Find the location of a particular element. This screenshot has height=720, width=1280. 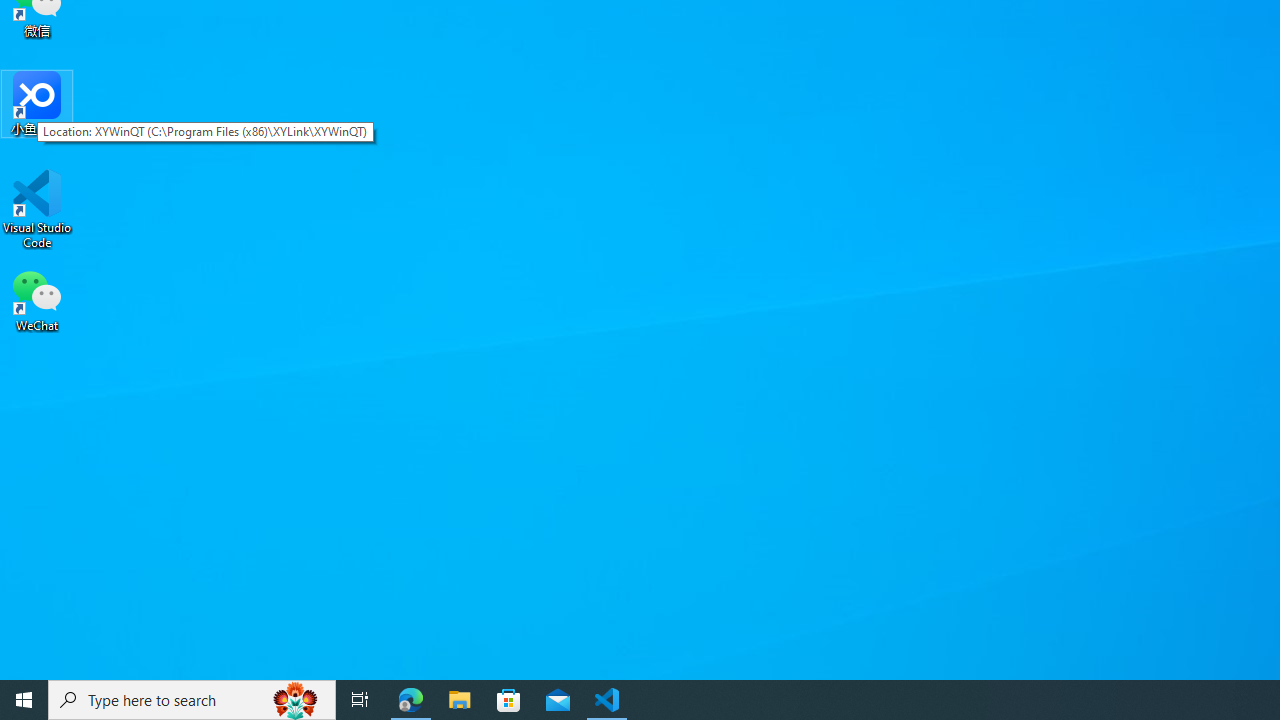

'Visual Studio Code - 1 running window' is located at coordinates (606, 698).